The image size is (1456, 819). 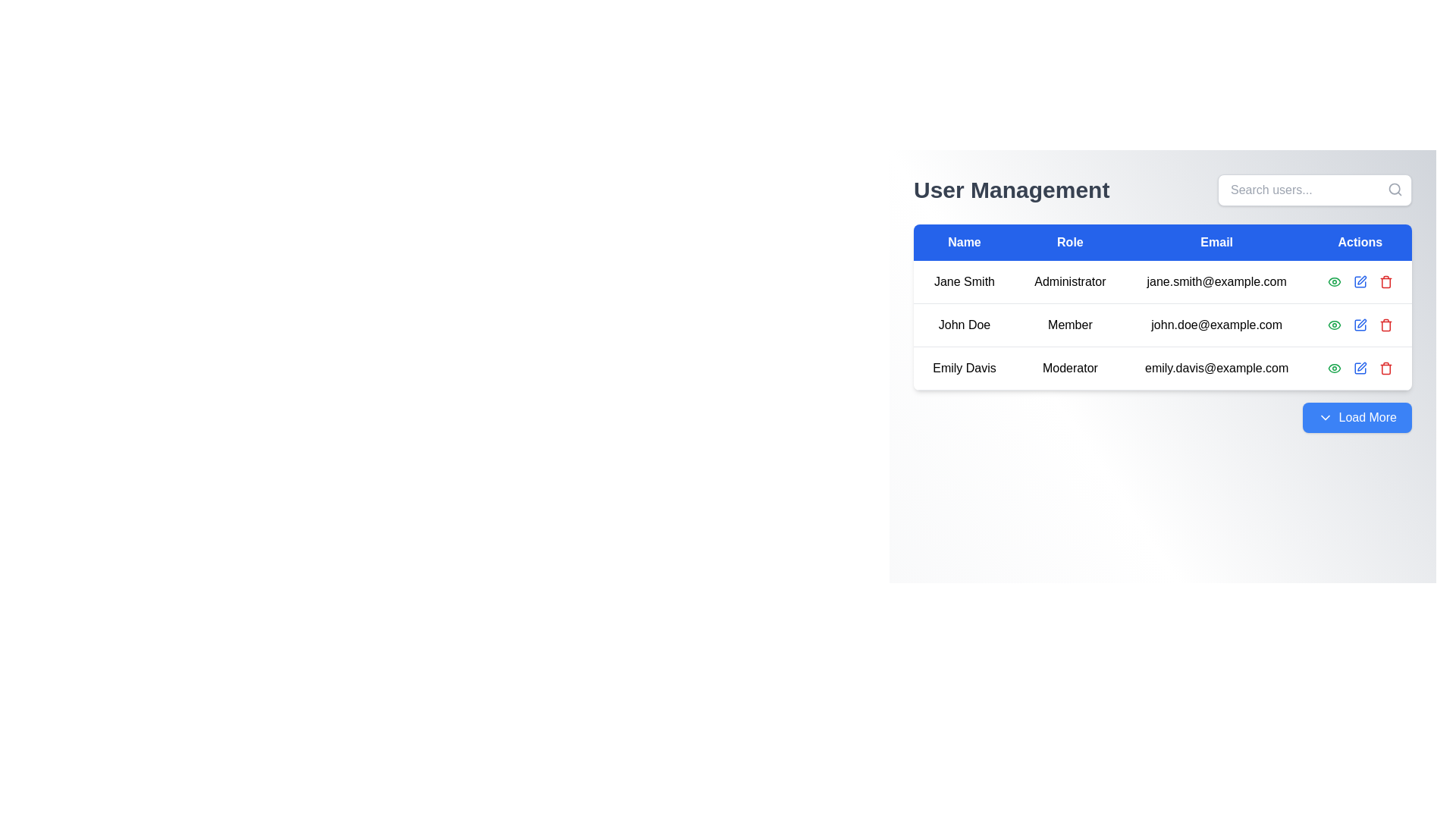 I want to click on email address displayed in the Text Display element located in the third column of the second row for 'John Doe', which shows 'john.doe@example.com', so click(x=1216, y=324).